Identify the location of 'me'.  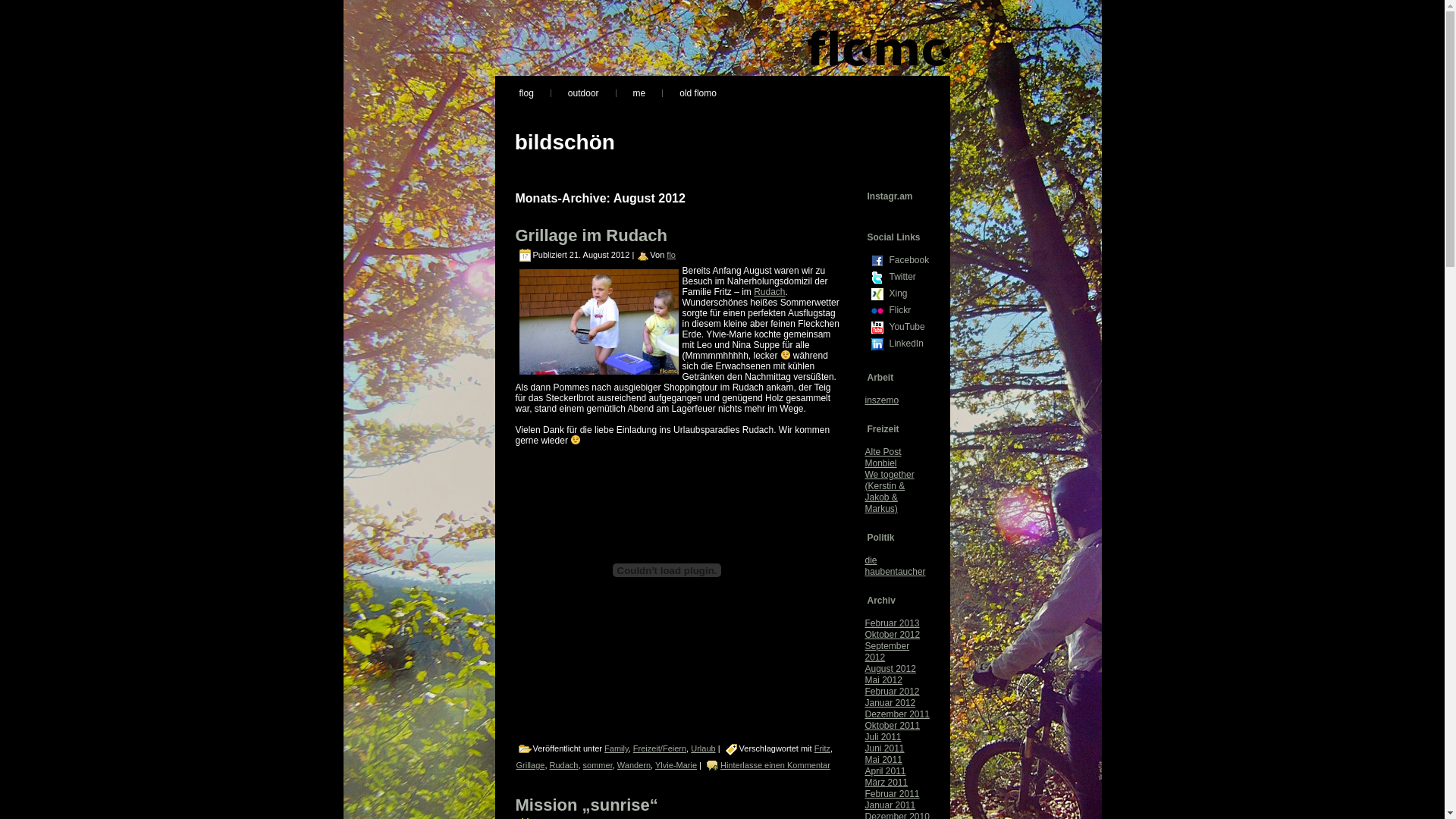
(639, 93).